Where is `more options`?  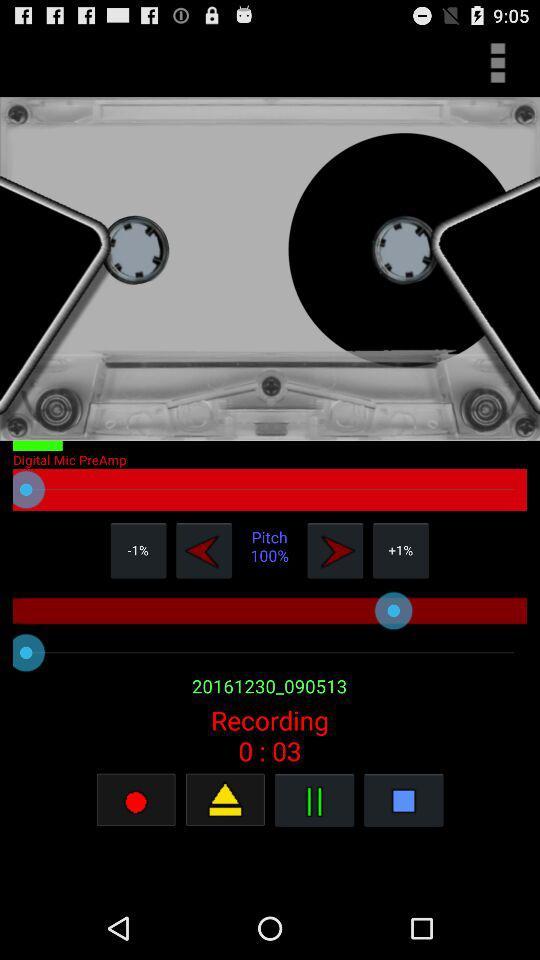 more options is located at coordinates (496, 62).